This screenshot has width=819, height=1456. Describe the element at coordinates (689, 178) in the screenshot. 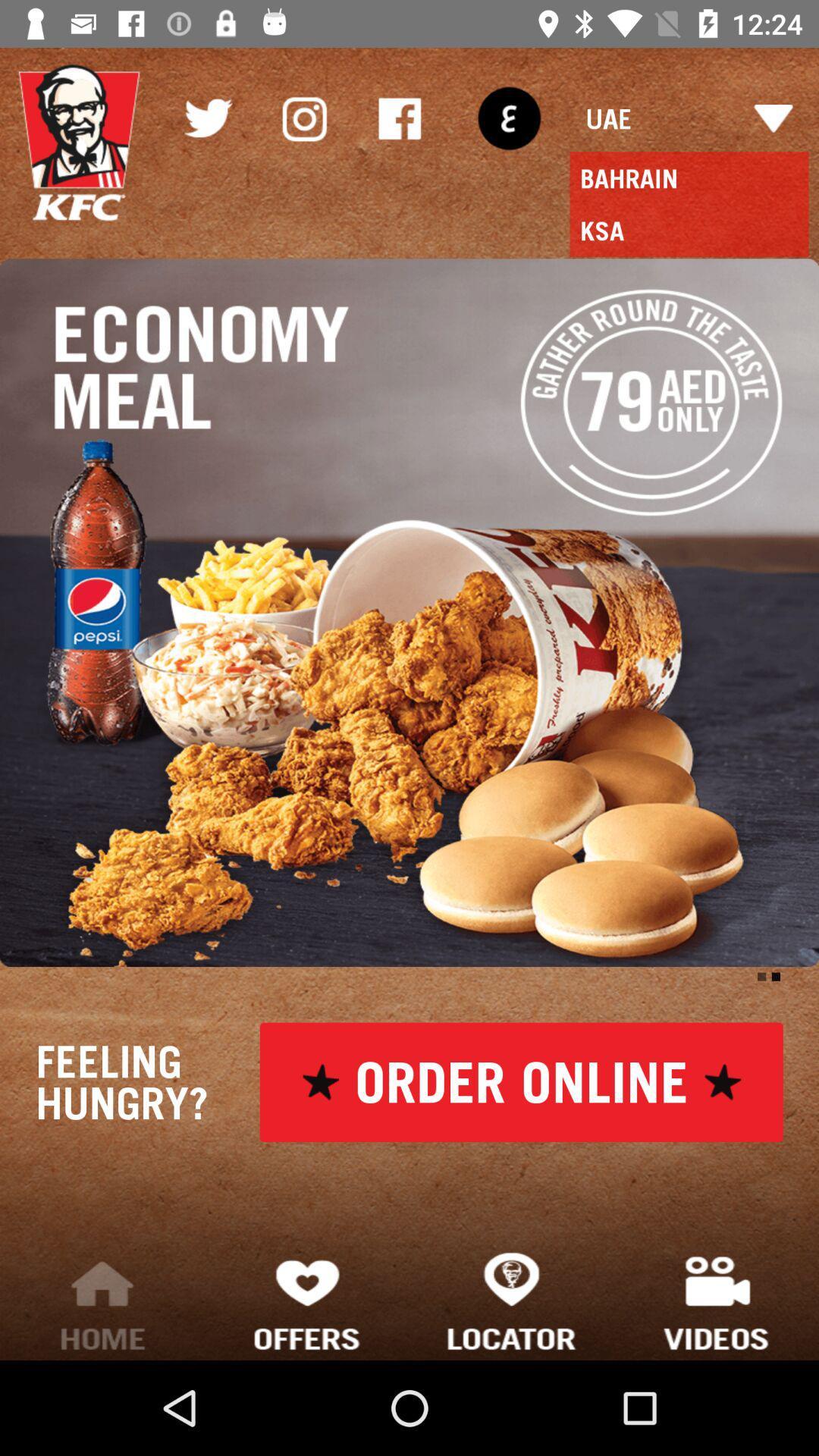

I see `bahrain item` at that location.